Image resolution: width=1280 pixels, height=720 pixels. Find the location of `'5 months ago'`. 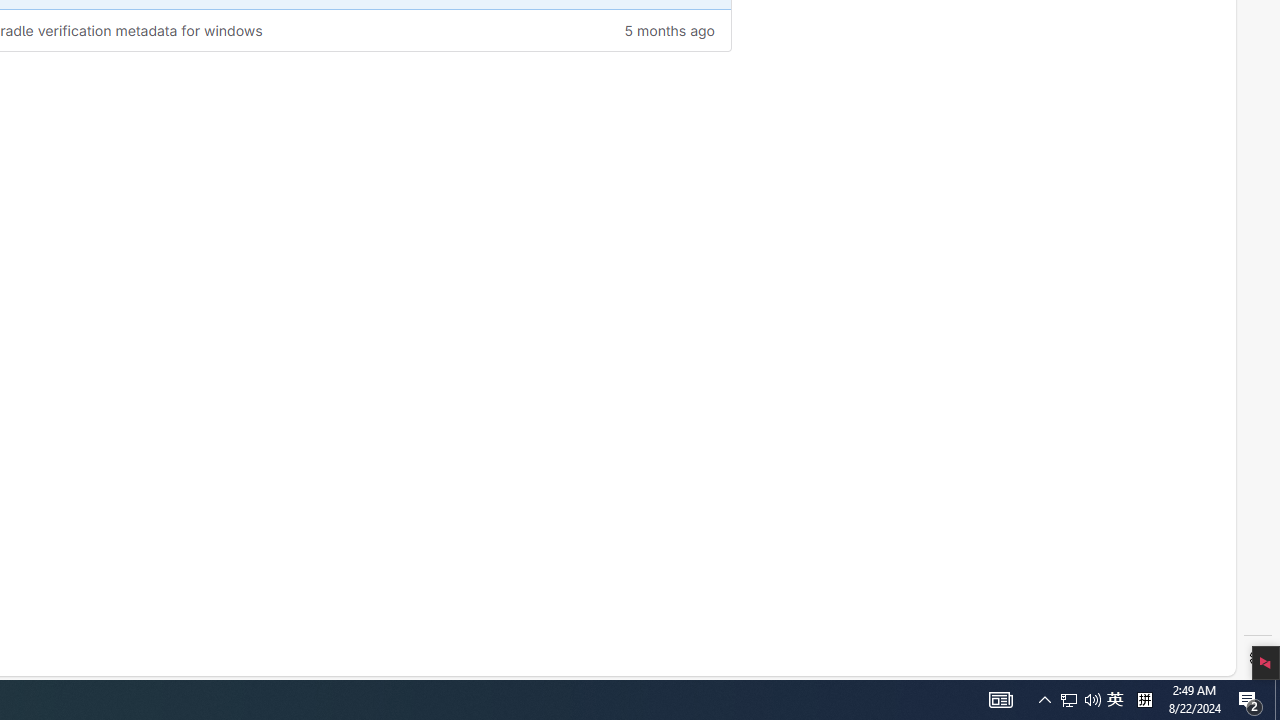

'5 months ago' is located at coordinates (612, 30).